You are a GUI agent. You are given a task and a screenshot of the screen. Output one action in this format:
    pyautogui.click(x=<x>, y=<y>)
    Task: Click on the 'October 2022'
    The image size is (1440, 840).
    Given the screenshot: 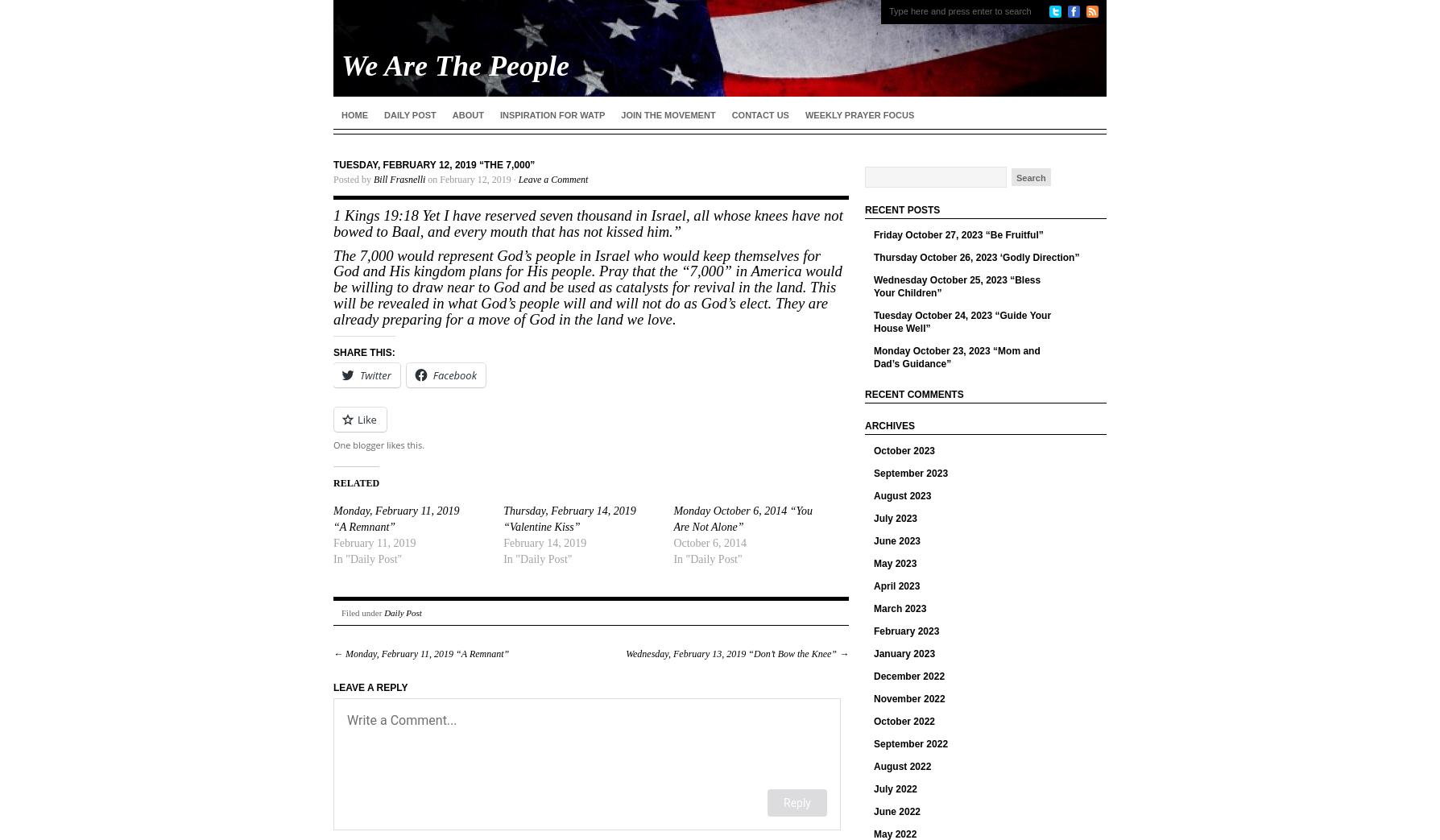 What is the action you would take?
    pyautogui.click(x=904, y=721)
    